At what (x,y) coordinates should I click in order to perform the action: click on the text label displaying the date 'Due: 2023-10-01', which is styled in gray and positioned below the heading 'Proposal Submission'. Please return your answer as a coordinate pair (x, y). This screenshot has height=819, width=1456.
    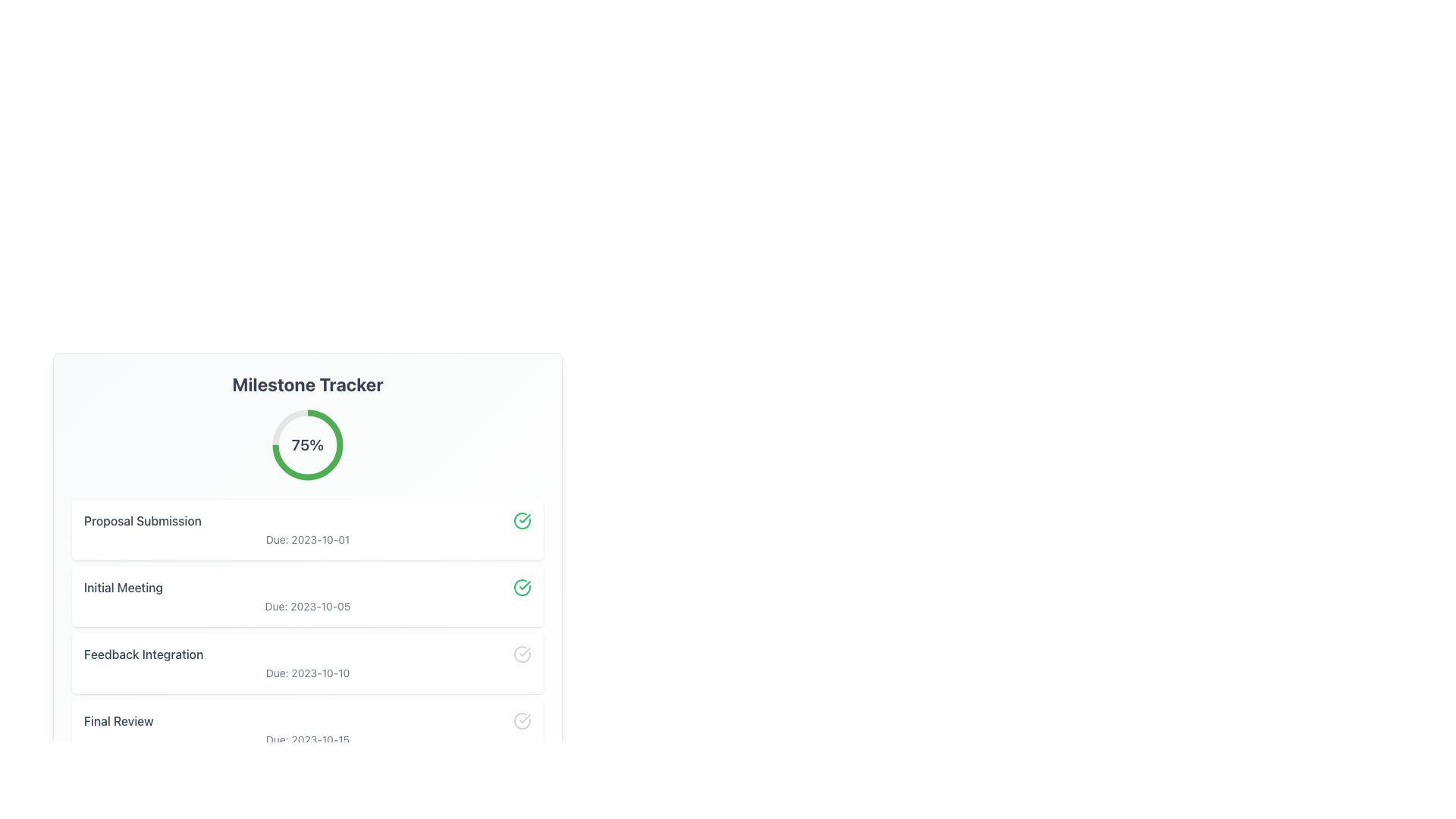
    Looking at the image, I should click on (307, 538).